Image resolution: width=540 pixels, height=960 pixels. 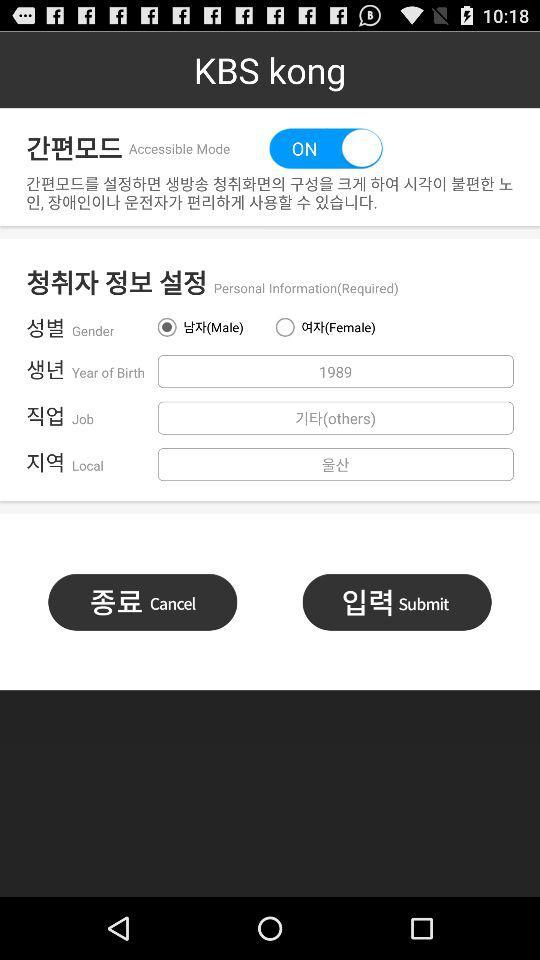 I want to click on the icon below personal information(required), so click(x=328, y=327).